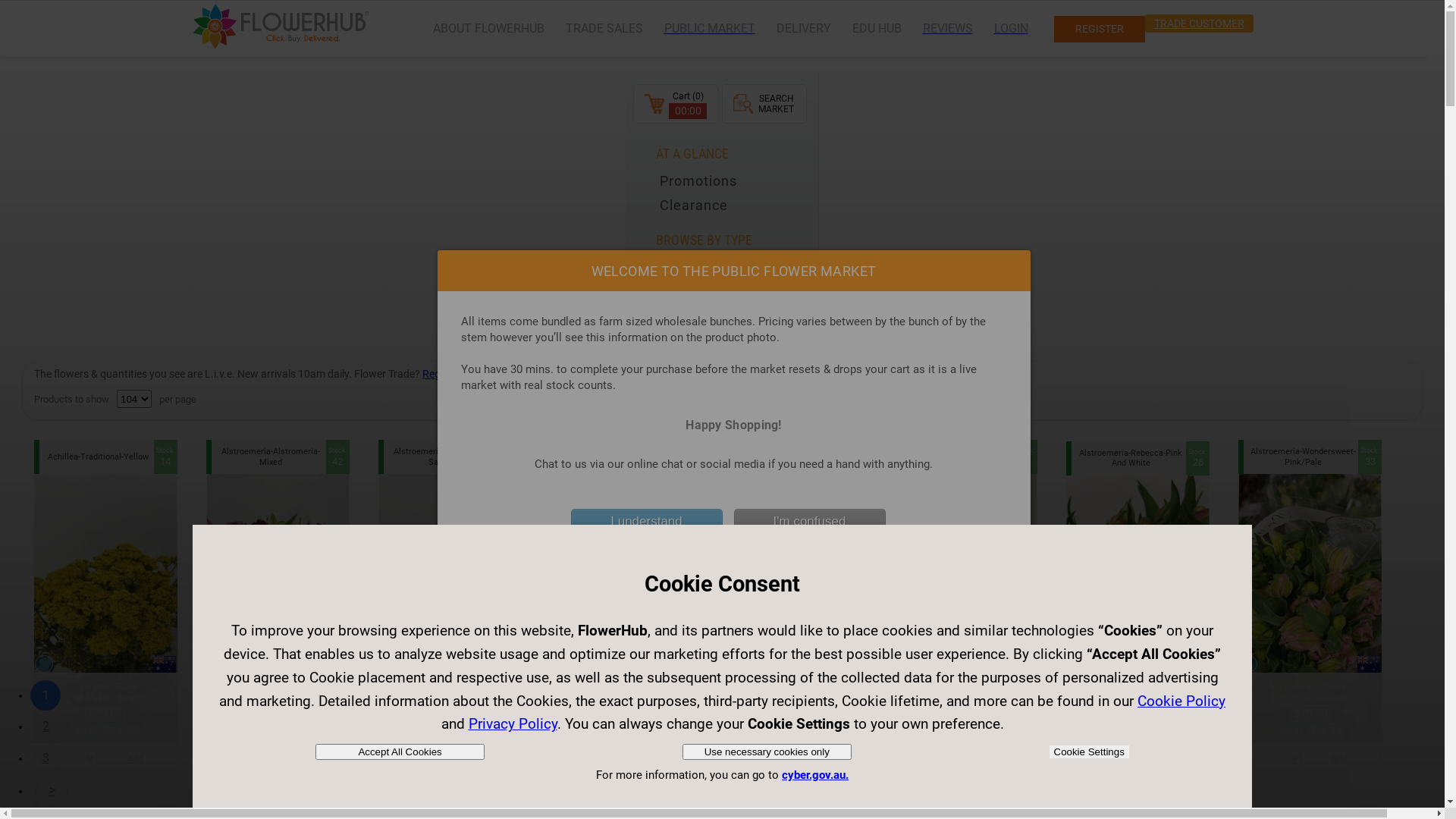  Describe the element at coordinates (45, 758) in the screenshot. I see `'3'` at that location.